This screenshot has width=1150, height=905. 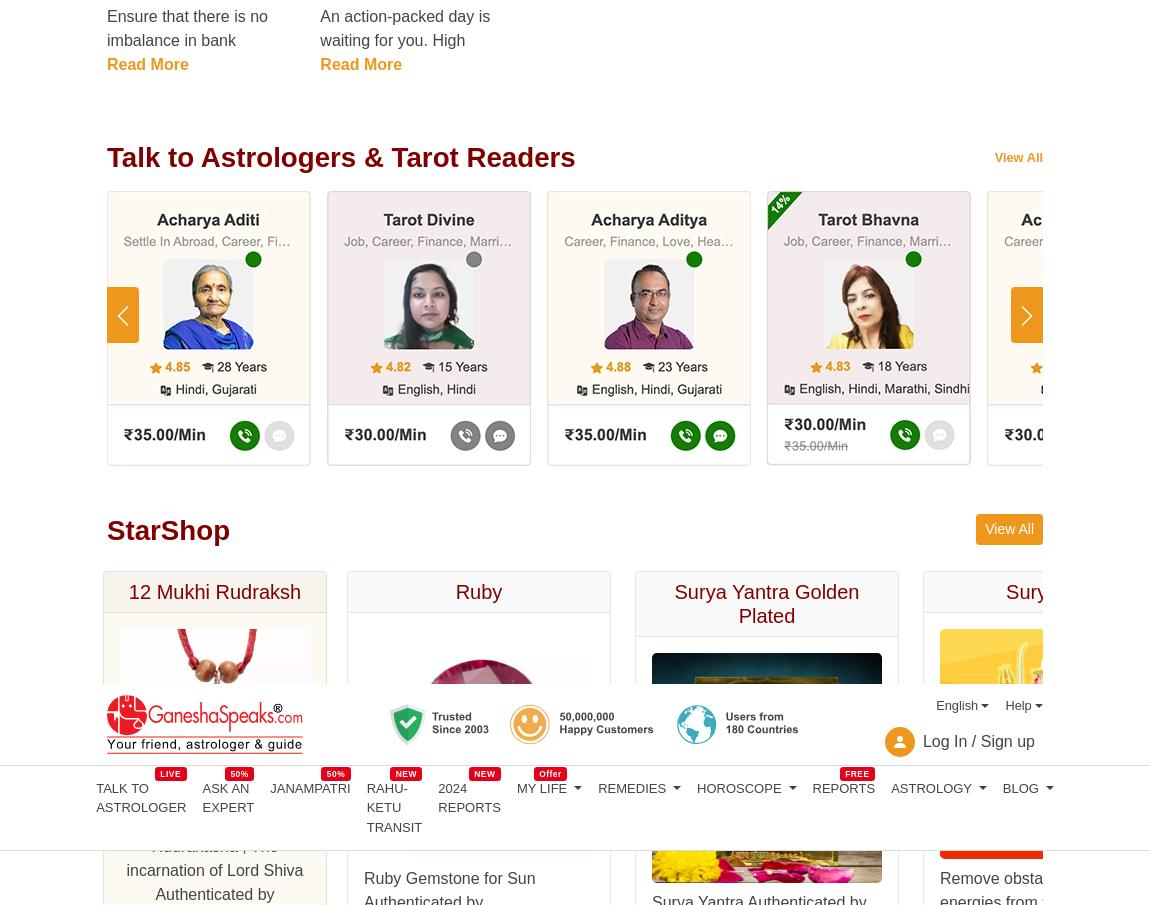 I want to click on 'Leo', so click(x=118, y=807).